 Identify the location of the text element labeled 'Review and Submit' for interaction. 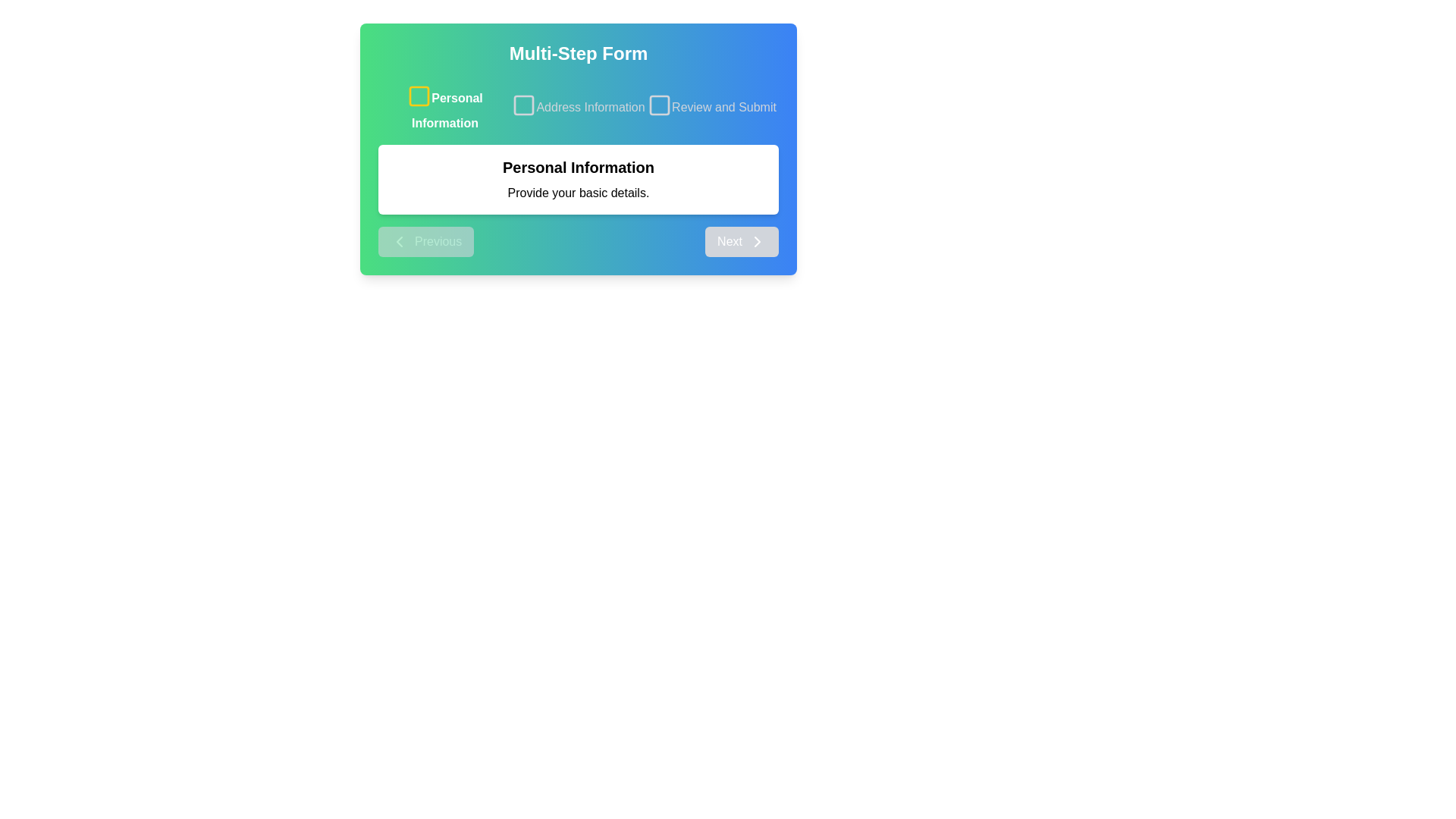
(711, 107).